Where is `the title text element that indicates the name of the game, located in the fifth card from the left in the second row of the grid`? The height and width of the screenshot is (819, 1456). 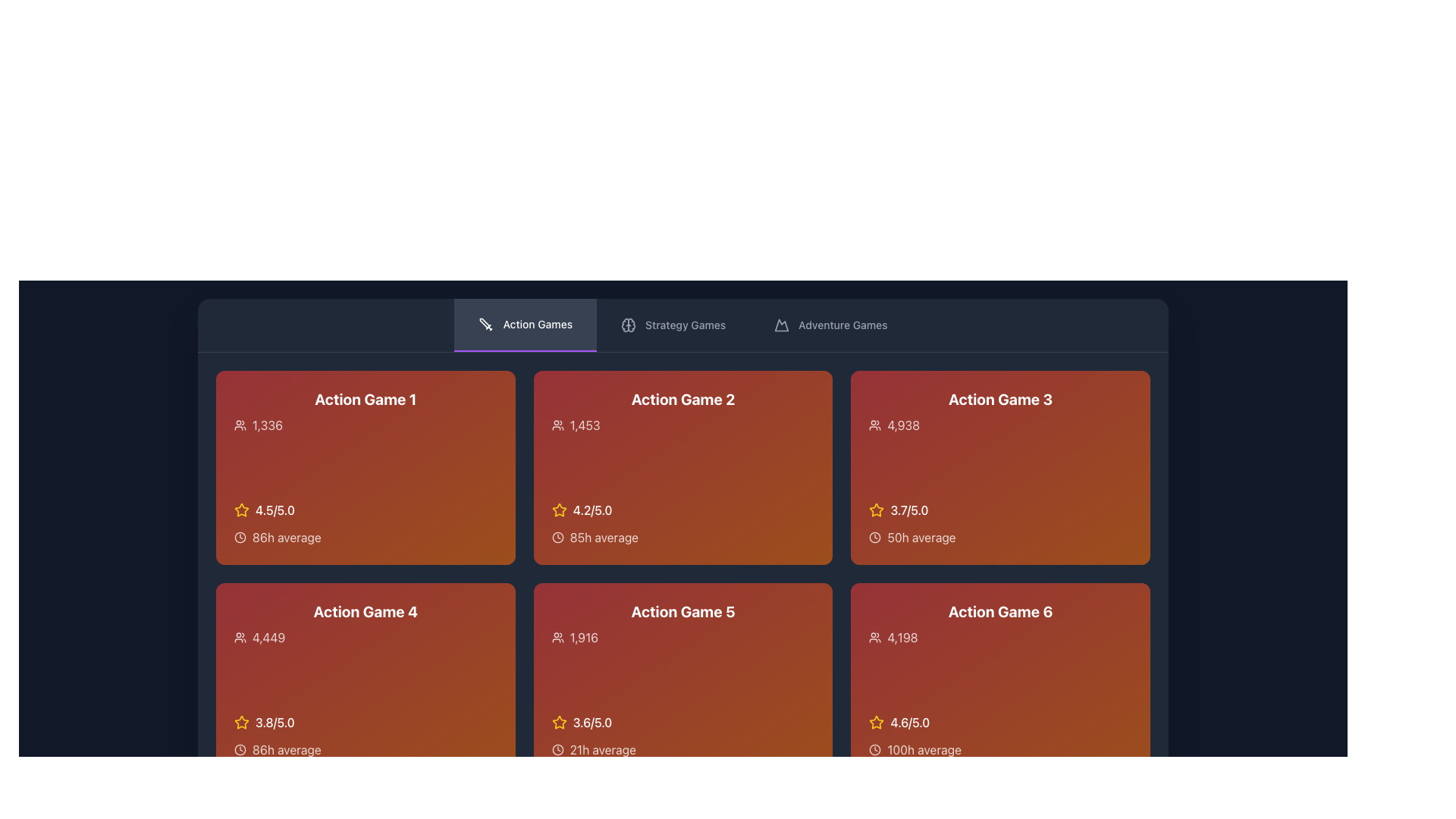 the title text element that indicates the name of the game, located in the fifth card from the left in the second row of the grid is located at coordinates (682, 623).